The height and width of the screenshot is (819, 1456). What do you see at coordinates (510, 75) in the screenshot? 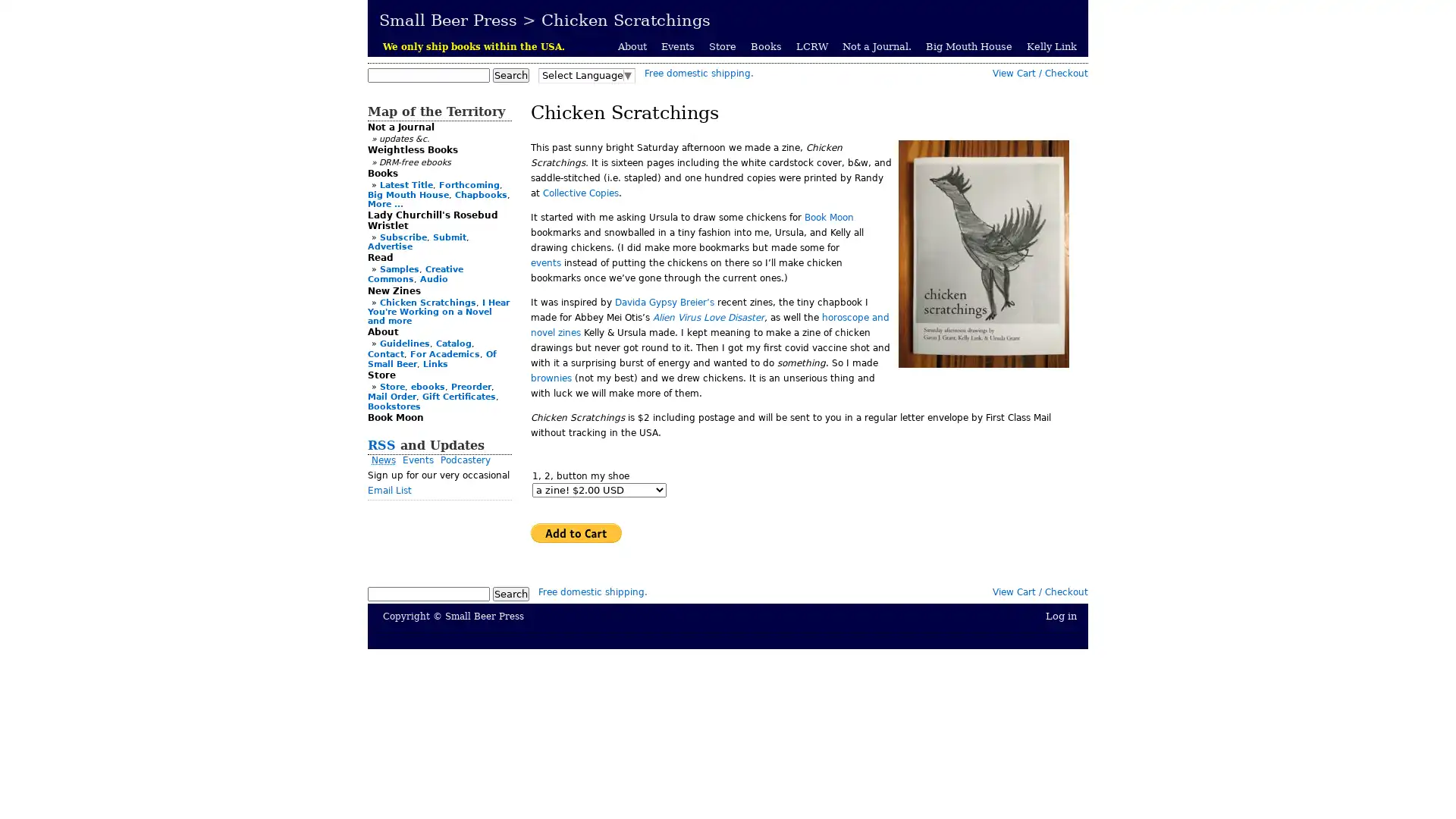
I see `Search` at bounding box center [510, 75].